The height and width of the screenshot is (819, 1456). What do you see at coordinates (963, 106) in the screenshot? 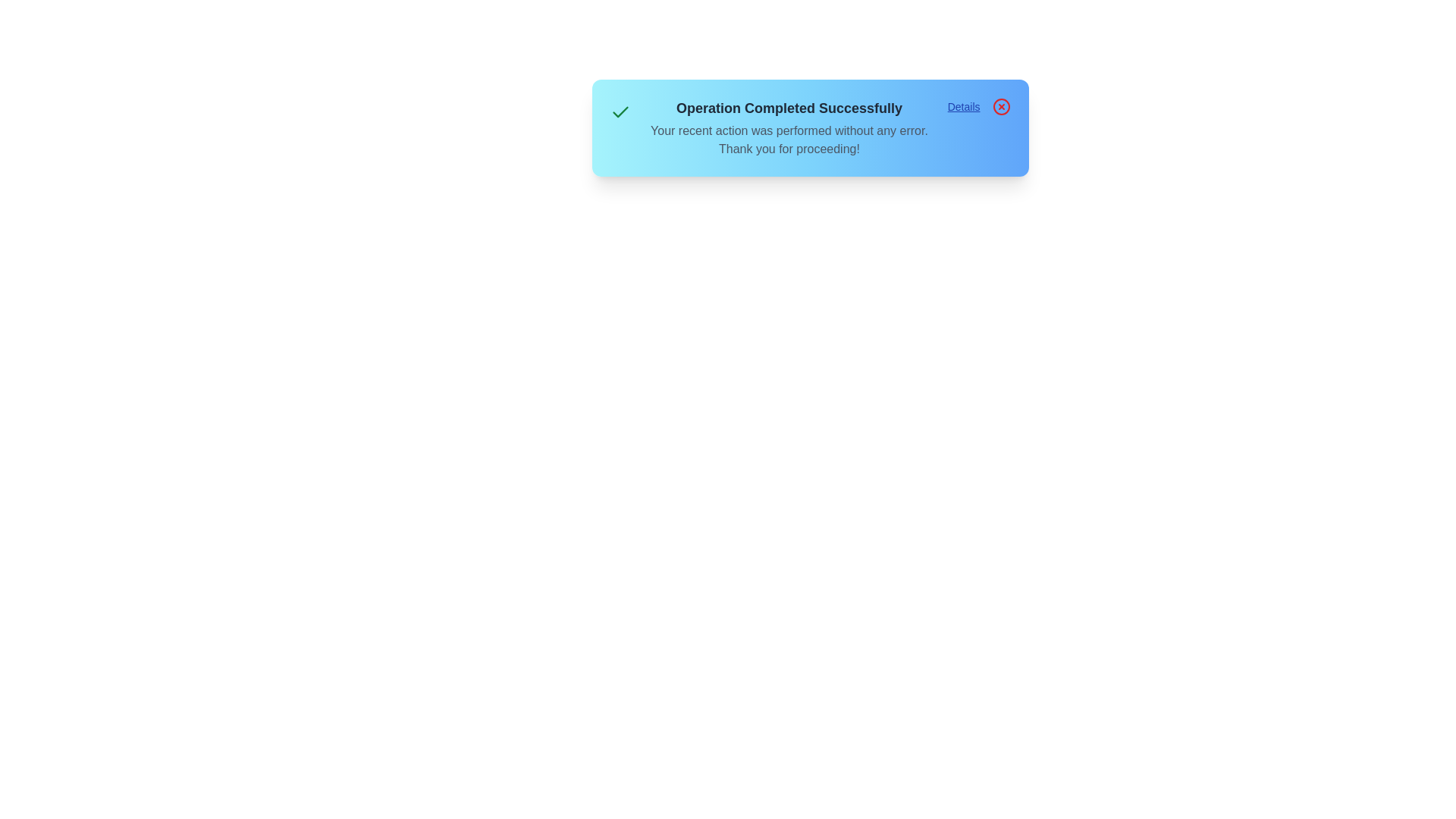
I see `'Details' button to open additional details` at bounding box center [963, 106].